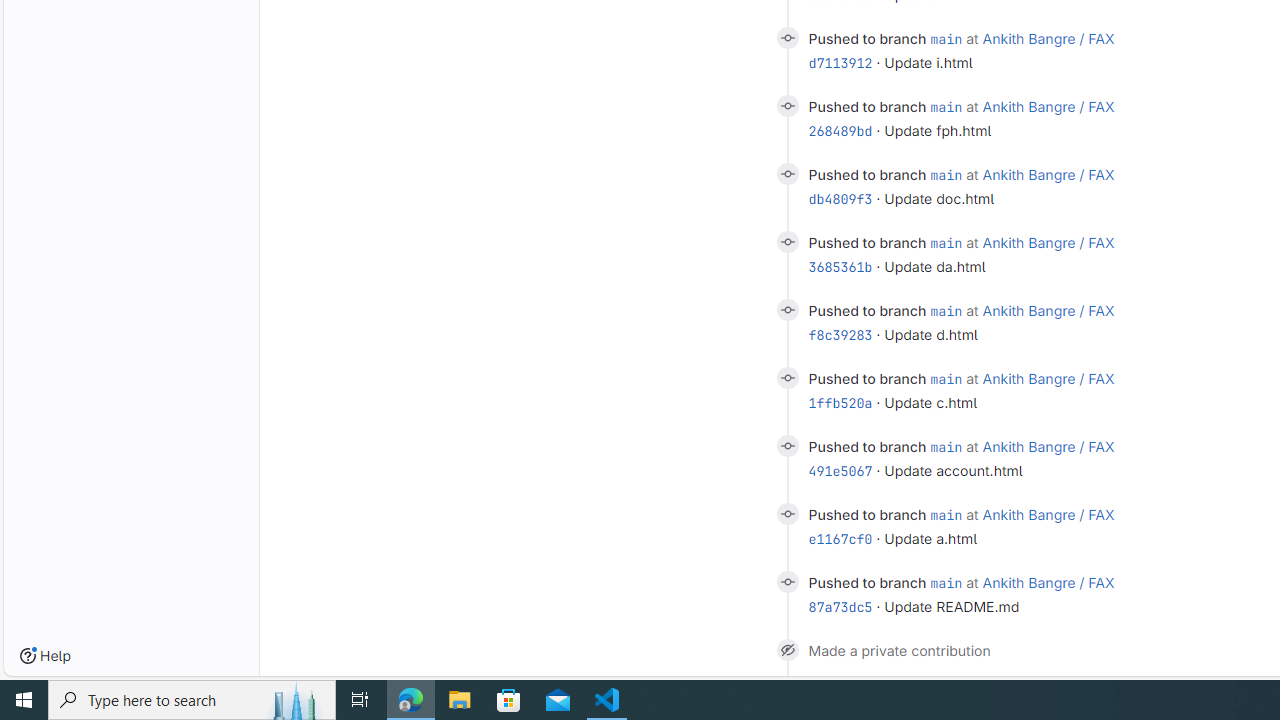  I want to click on '87a73dc5', so click(840, 606).